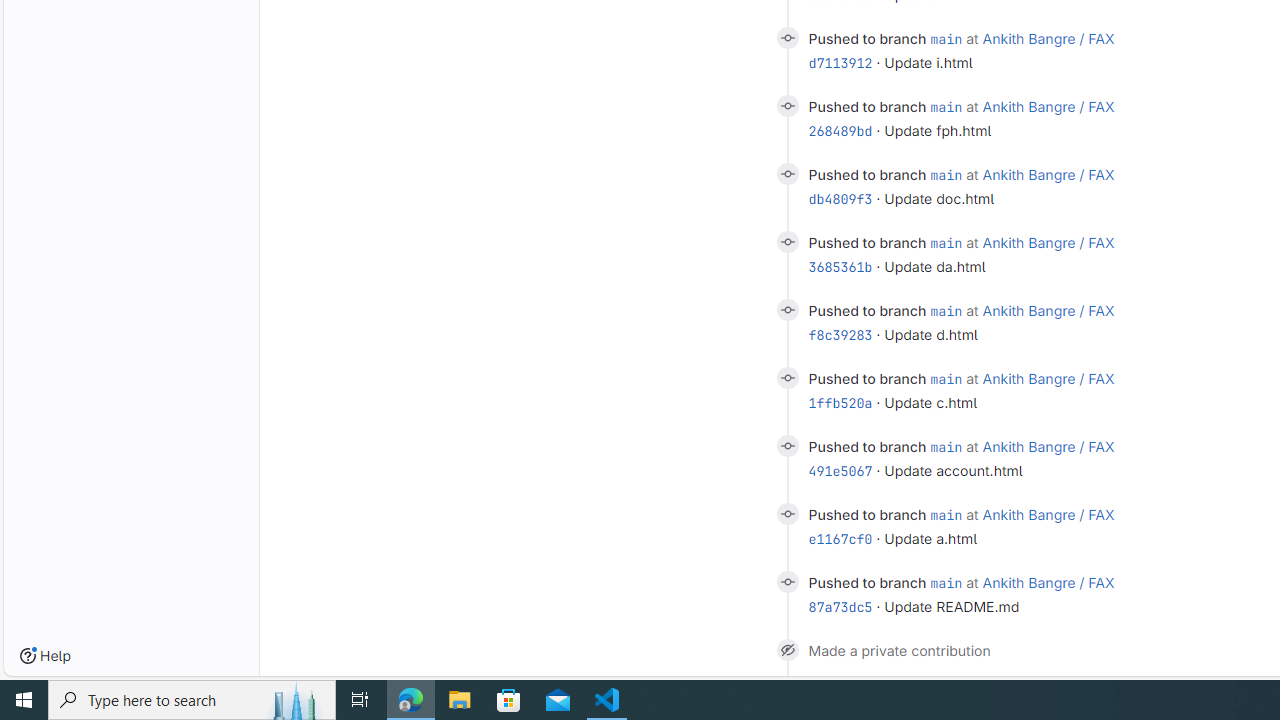  I want to click on '87a73dc5', so click(840, 606).